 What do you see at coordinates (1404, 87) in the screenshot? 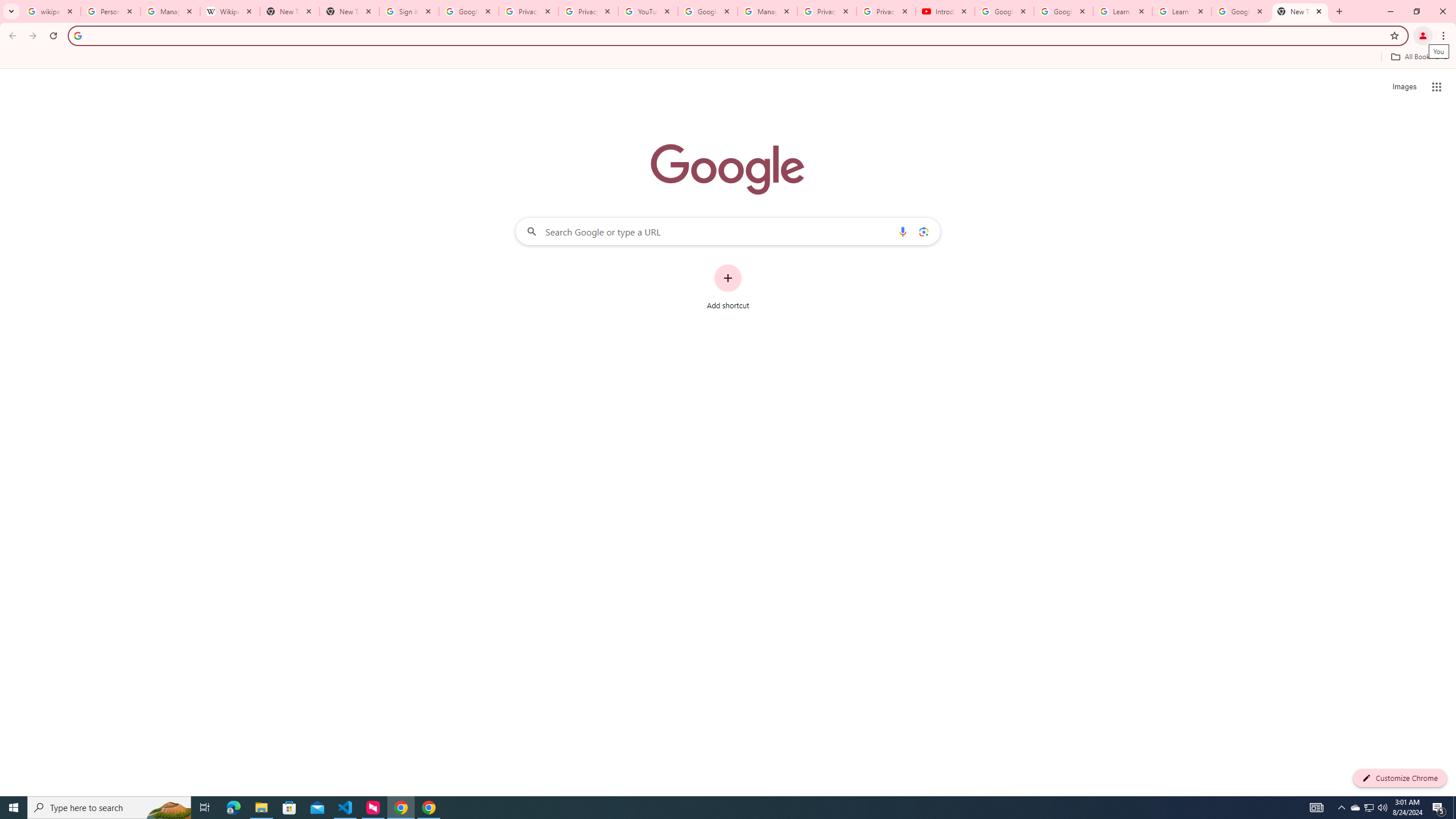
I see `'Search for Images '` at bounding box center [1404, 87].